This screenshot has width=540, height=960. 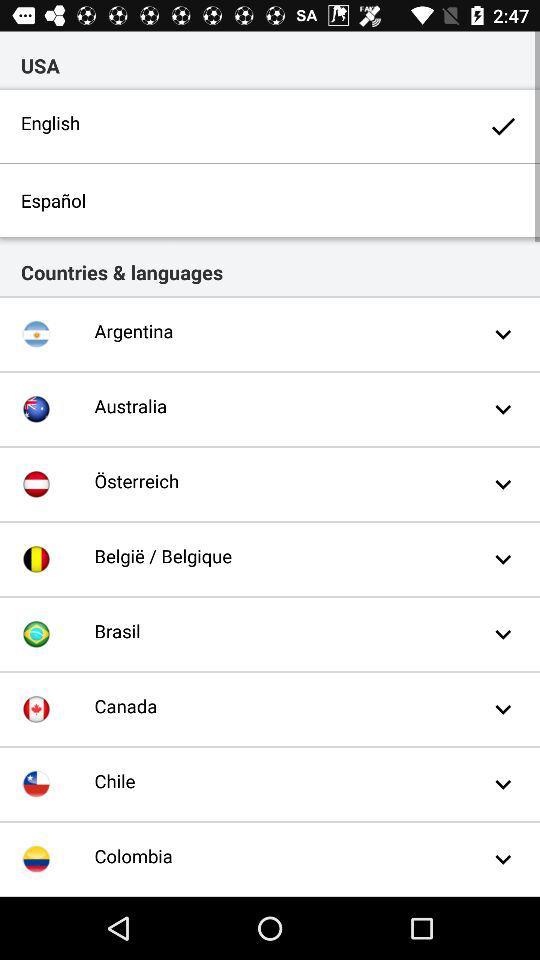 I want to click on the english icon, so click(x=270, y=125).